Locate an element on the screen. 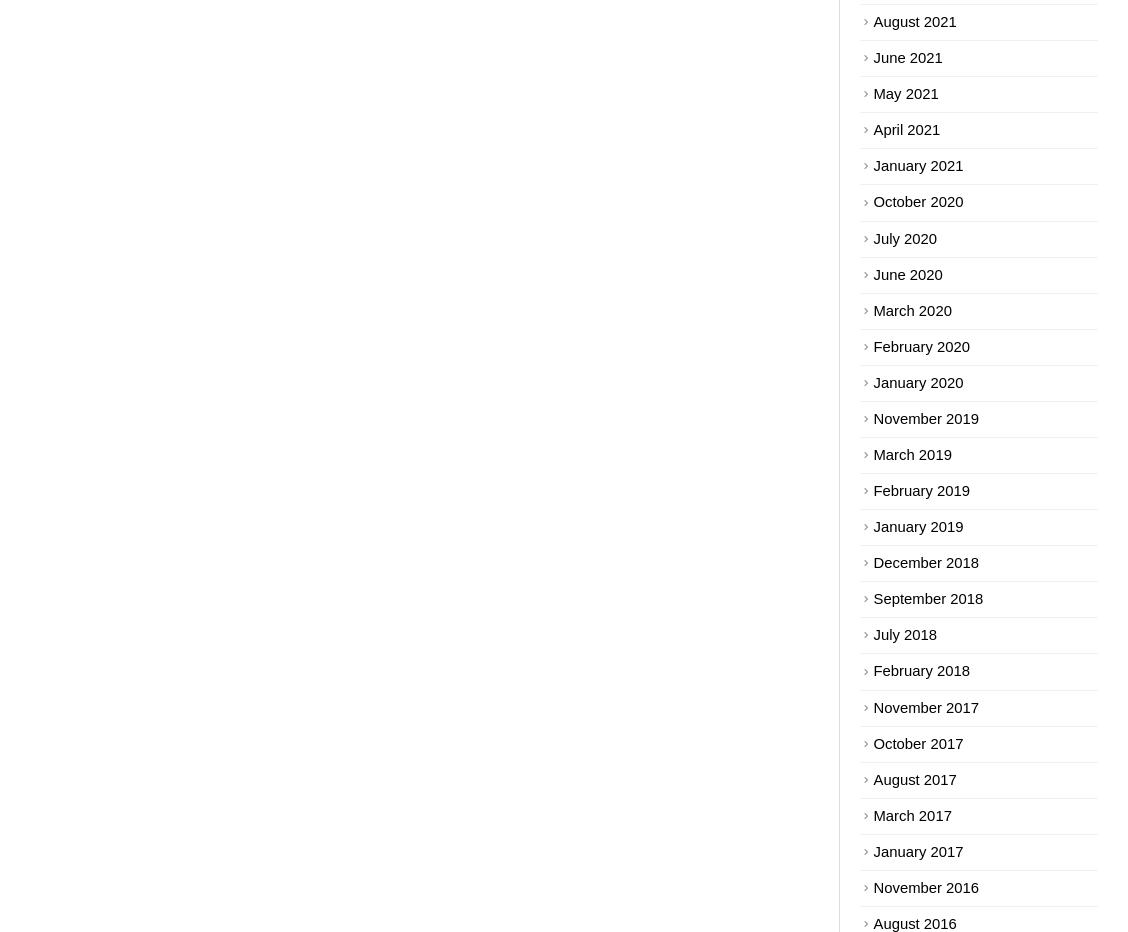  'March 2019' is located at coordinates (910, 455).